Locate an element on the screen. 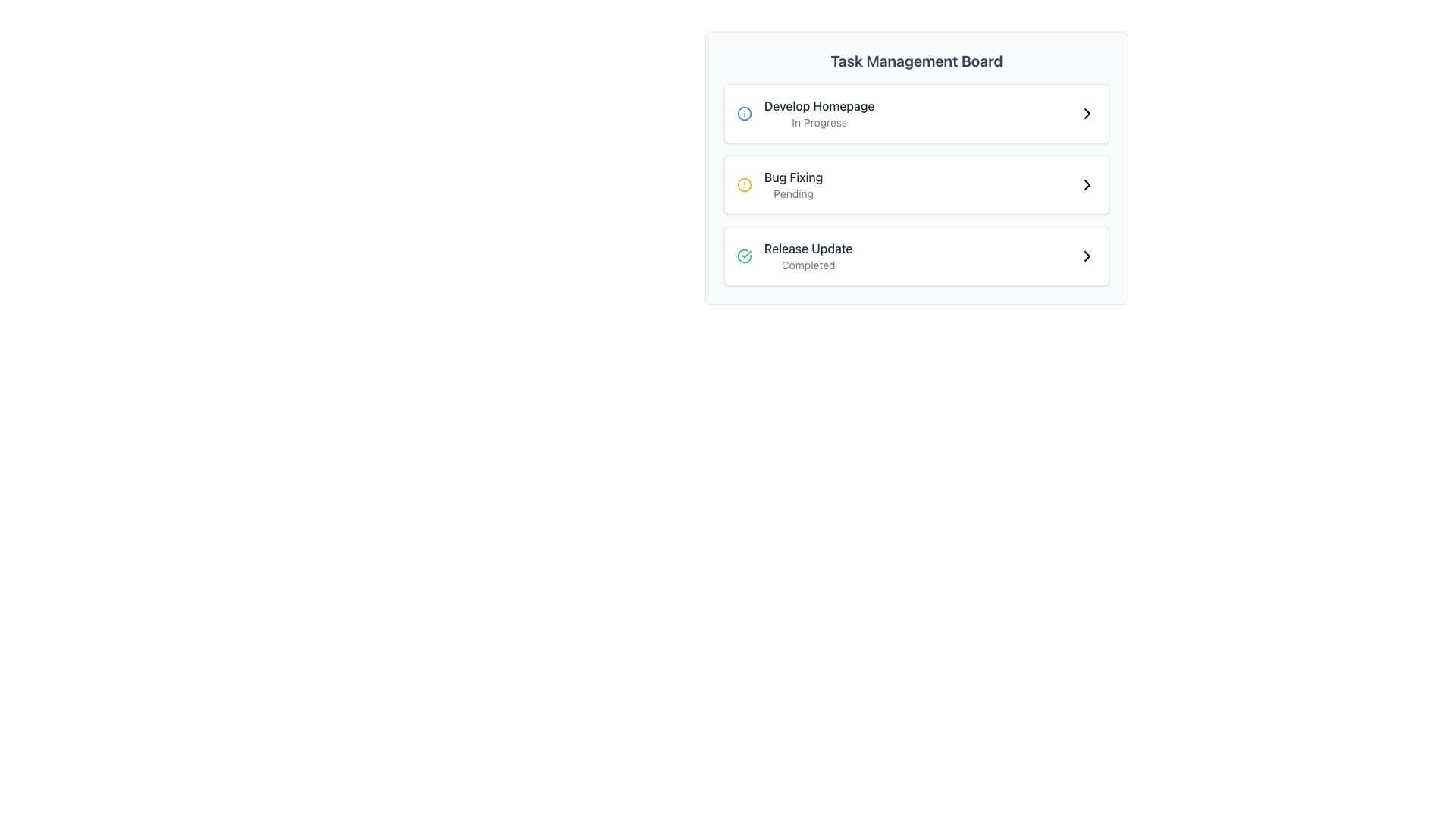  the blue circle icon component within the SVG graphic in the first row of the task list labeled 'Develop Homepage' is located at coordinates (745, 113).